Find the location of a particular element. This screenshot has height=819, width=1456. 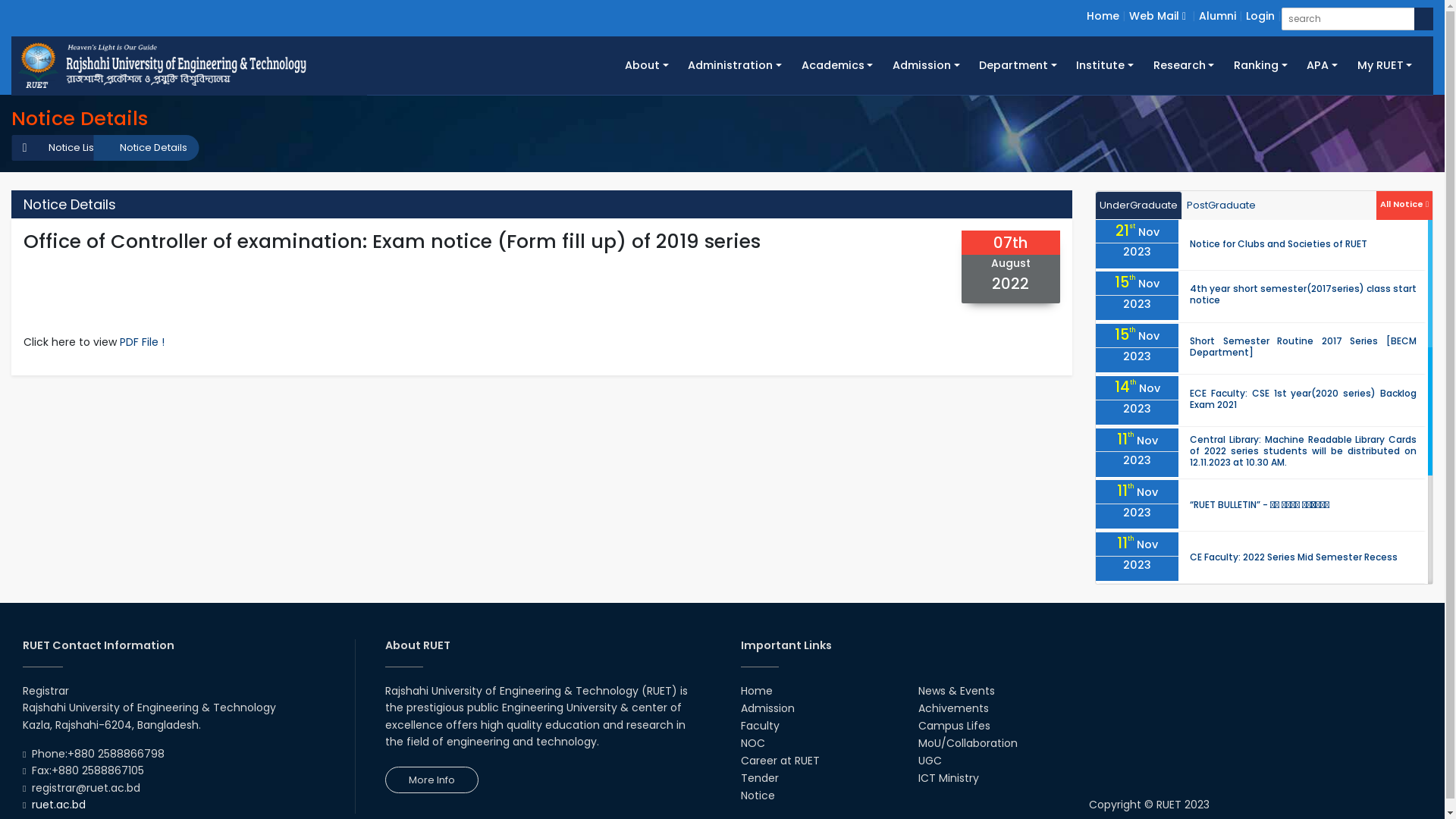

'ECE Faculty: CSE 1st year(2020 series) Backlog Exam 2021' is located at coordinates (1302, 397).